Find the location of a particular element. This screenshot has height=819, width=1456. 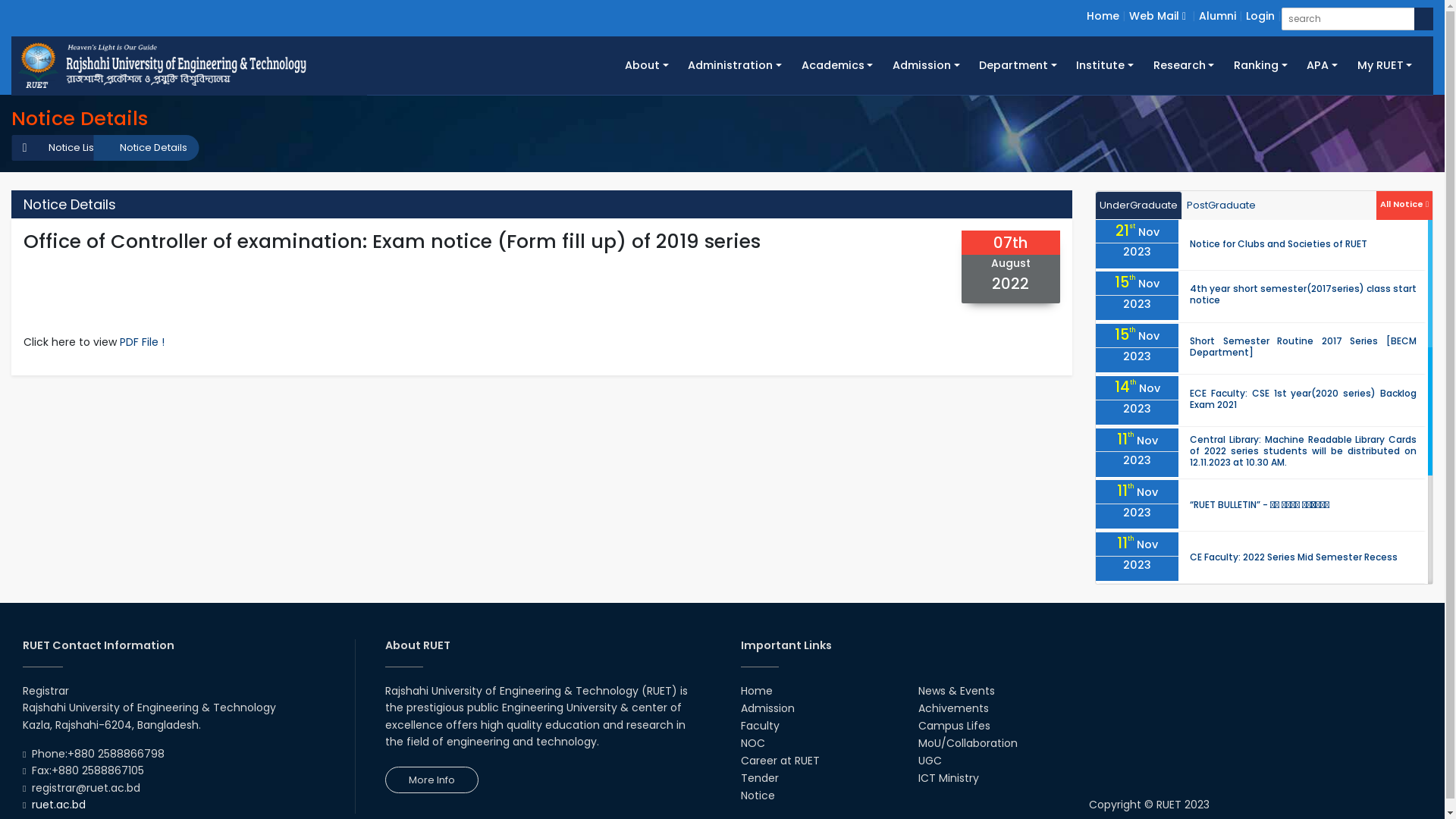

'ECE Faculty: CSE 1st year(2020 series) Backlog Exam 2021' is located at coordinates (1302, 397).